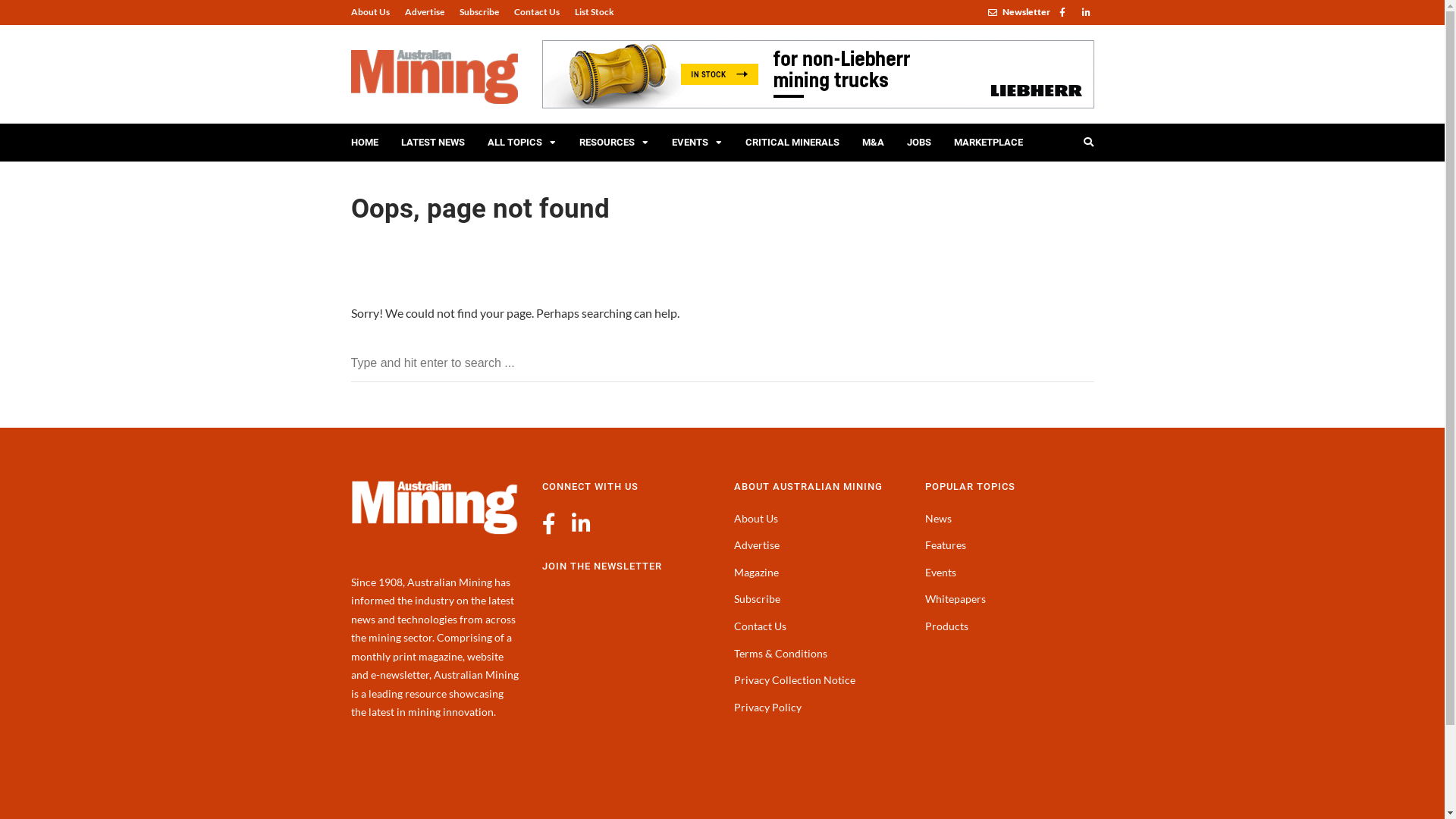 Image resolution: width=1456 pixels, height=819 pixels. I want to click on 'Newsletter', so click(1018, 11).